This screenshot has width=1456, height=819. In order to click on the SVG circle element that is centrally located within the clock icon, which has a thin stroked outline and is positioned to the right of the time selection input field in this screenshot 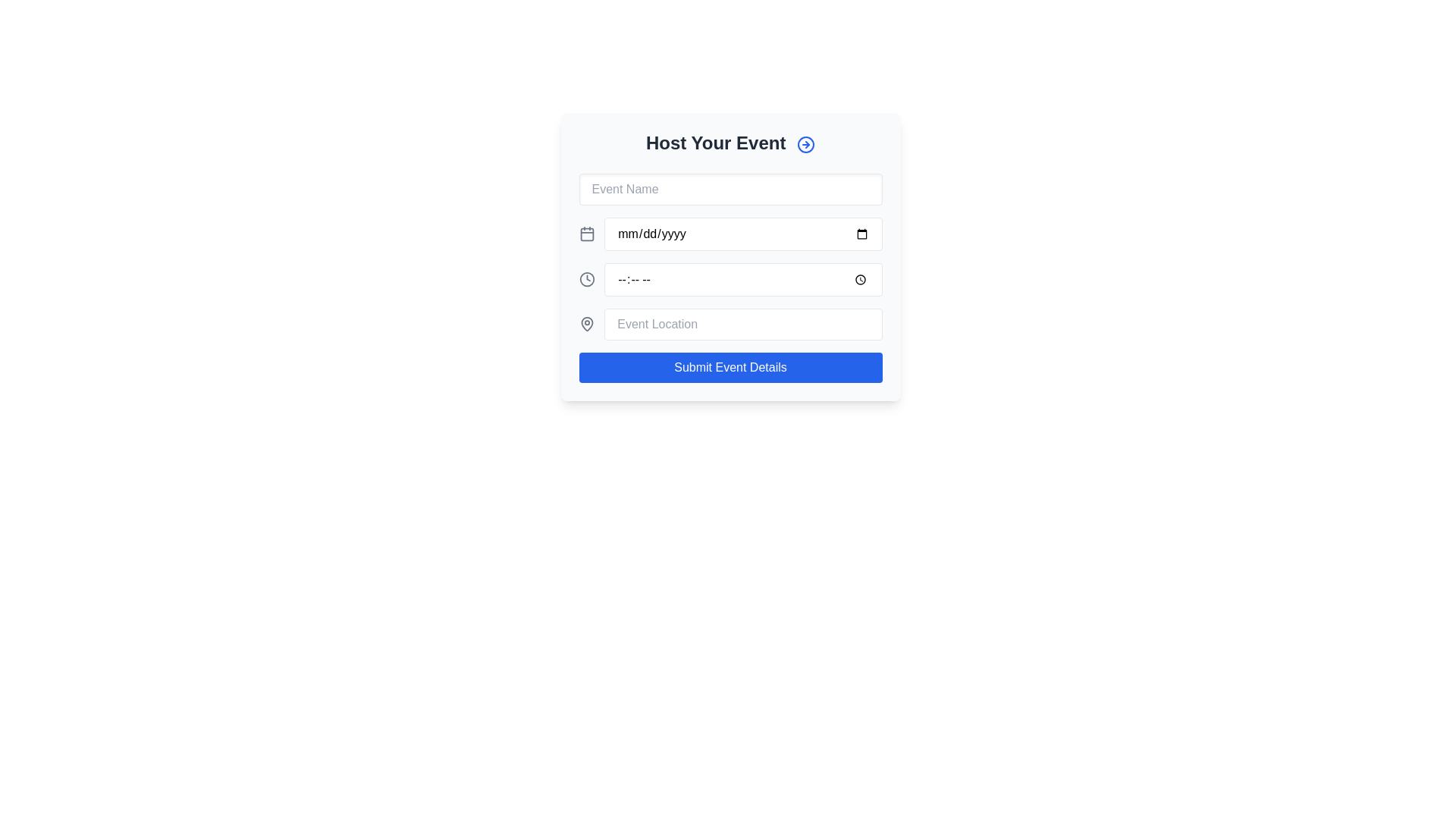, I will do `click(586, 280)`.